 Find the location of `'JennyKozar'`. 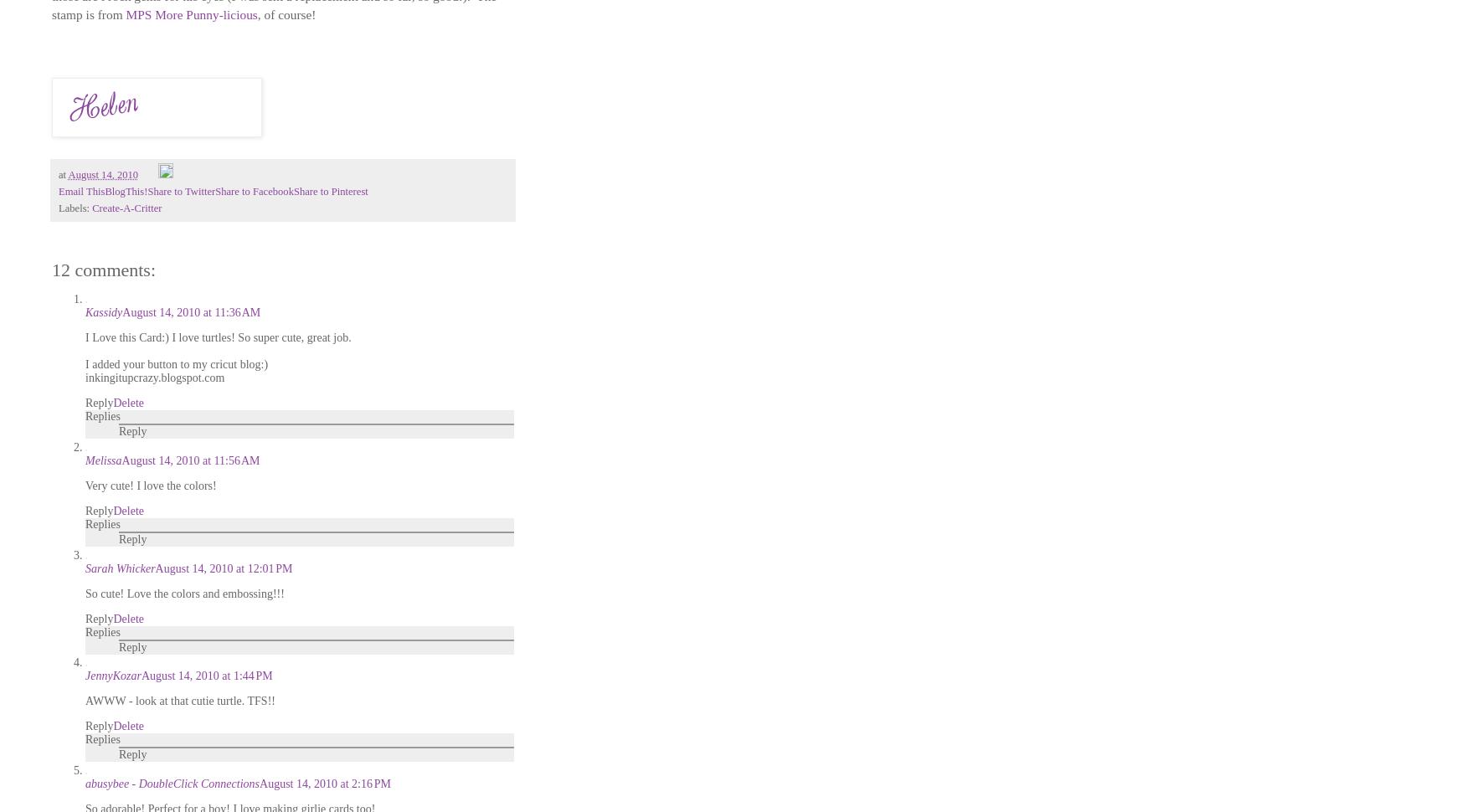

'JennyKozar' is located at coordinates (84, 676).